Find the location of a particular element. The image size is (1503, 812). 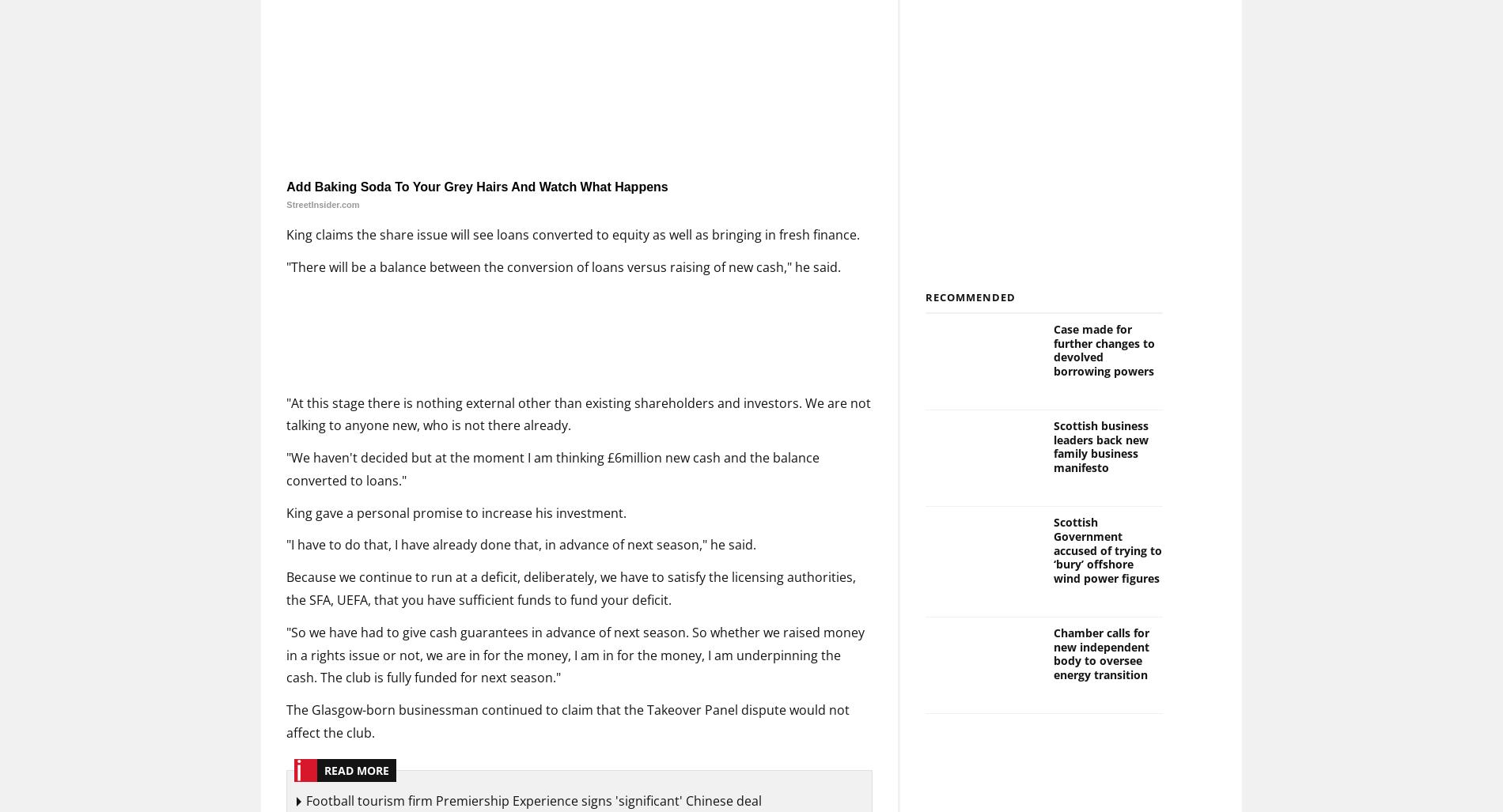

'King claims the share issue will see loans converted to equity as well as bringing in fresh finance.' is located at coordinates (572, 234).